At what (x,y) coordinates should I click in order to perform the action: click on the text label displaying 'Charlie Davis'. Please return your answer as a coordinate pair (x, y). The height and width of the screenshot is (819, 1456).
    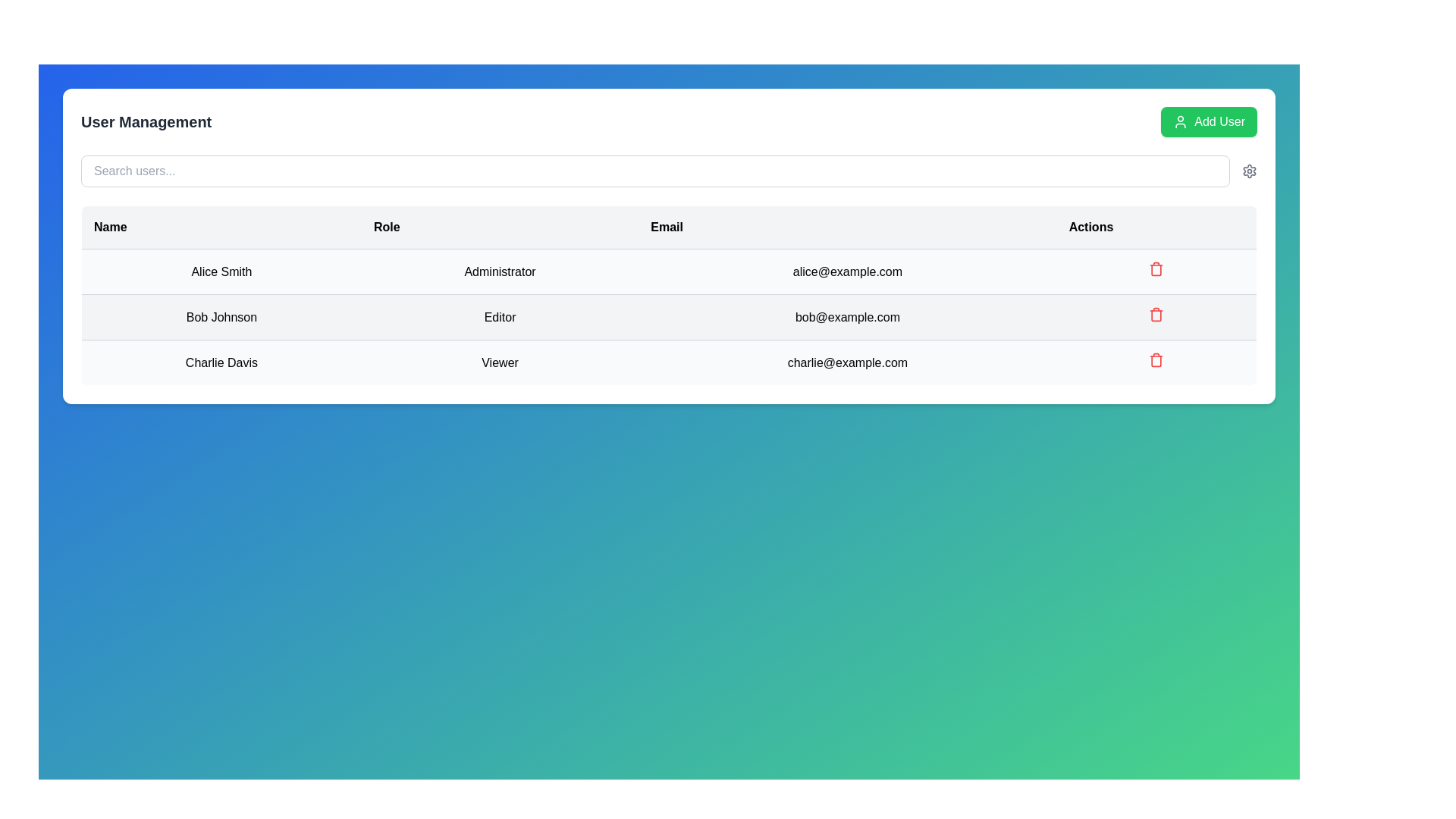
    Looking at the image, I should click on (221, 362).